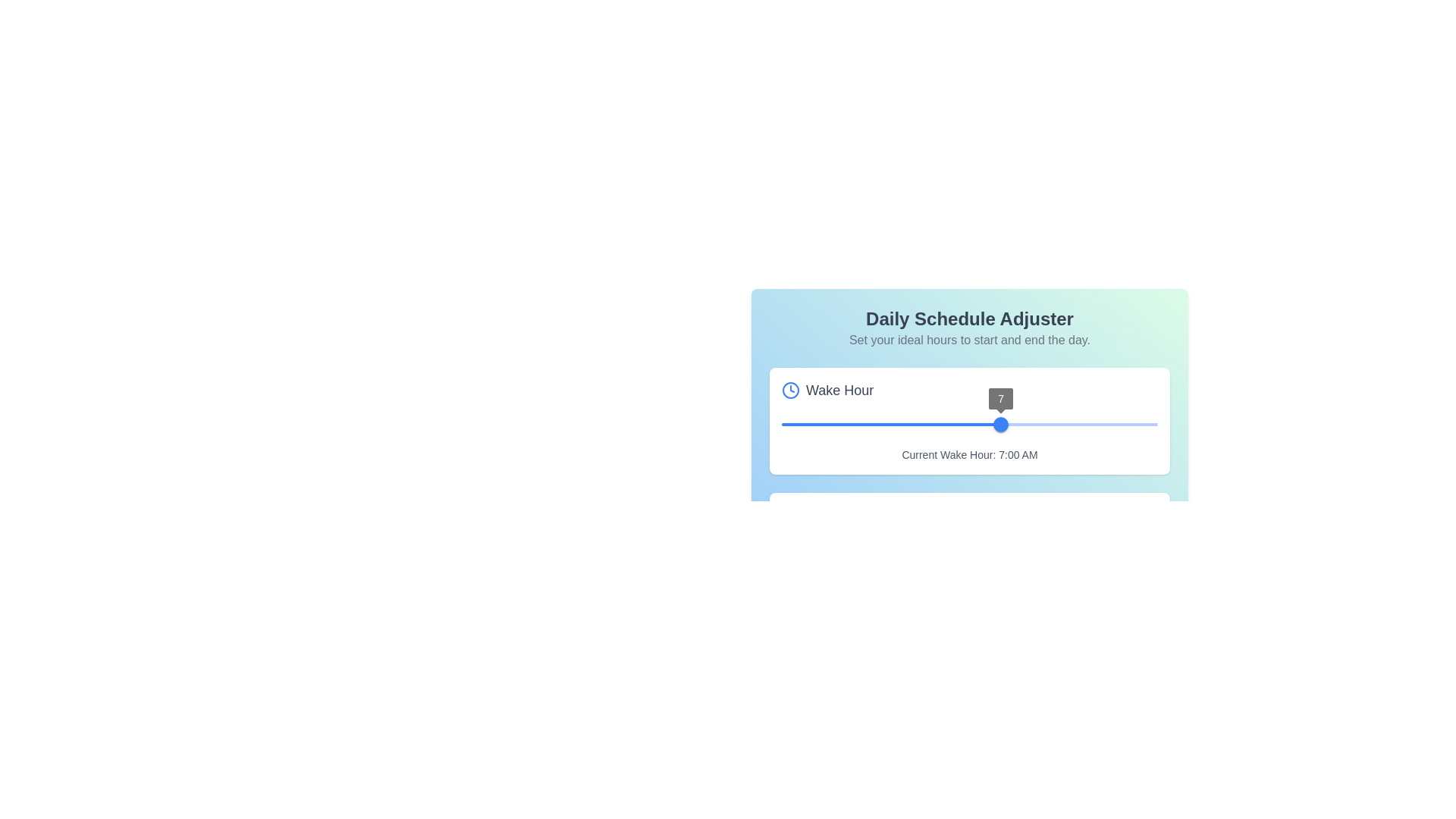 This screenshot has height=819, width=1456. Describe the element at coordinates (1001, 397) in the screenshot. I see `value displayed on the small, circular UI component showing the number '7' above the slider thumb of the 'Wake Hour' slider` at that location.